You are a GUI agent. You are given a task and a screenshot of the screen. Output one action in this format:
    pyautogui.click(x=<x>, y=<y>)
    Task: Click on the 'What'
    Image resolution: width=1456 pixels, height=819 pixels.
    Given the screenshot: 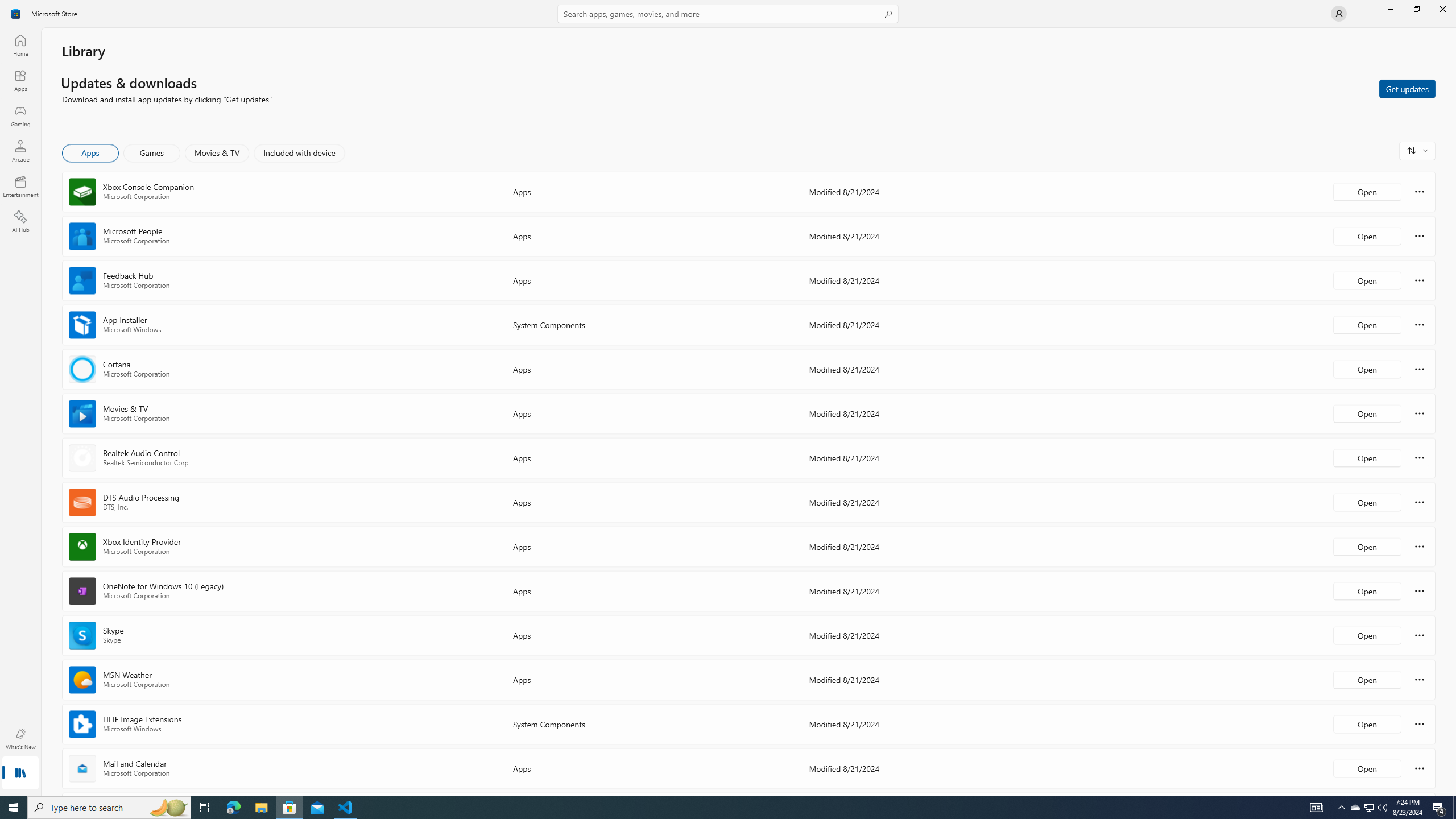 What is the action you would take?
    pyautogui.click(x=19, y=738)
    